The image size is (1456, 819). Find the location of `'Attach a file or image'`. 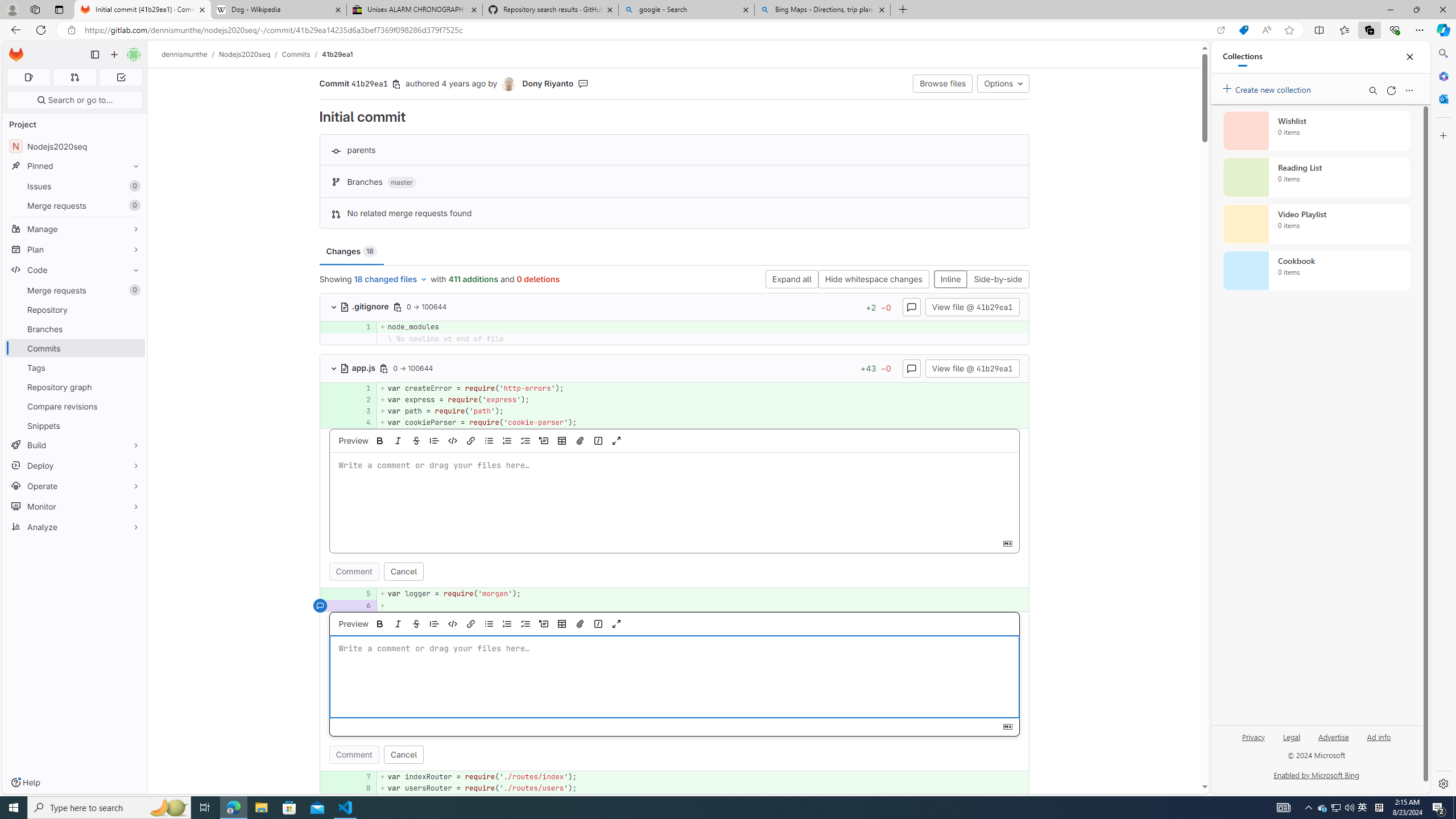

'Attach a file or image' is located at coordinates (580, 623).